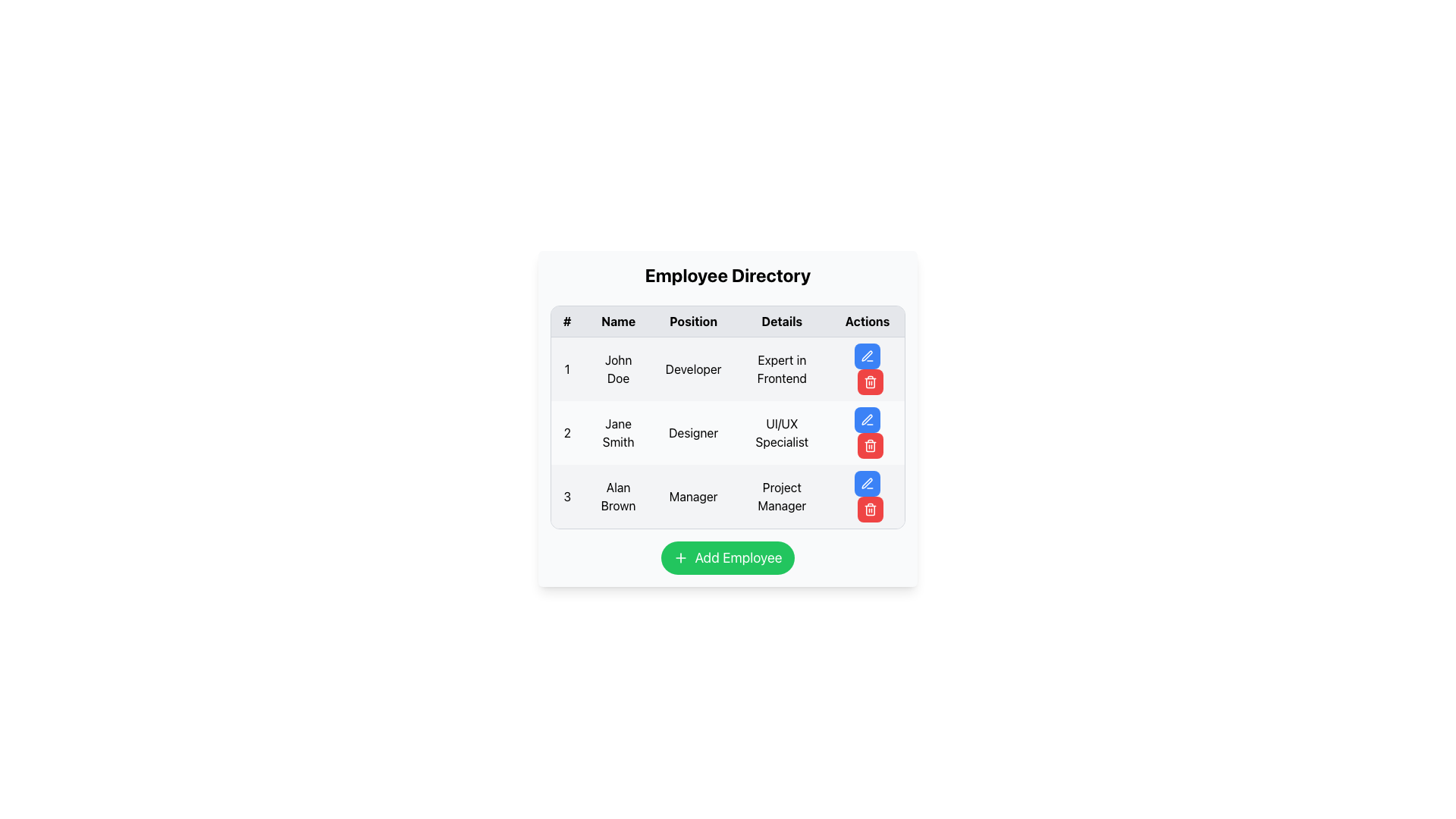  I want to click on the 'Manager' label displayed in bold sans-serif font located in the third row under the 'Position' column of the table for 'Alan Brown', so click(692, 497).